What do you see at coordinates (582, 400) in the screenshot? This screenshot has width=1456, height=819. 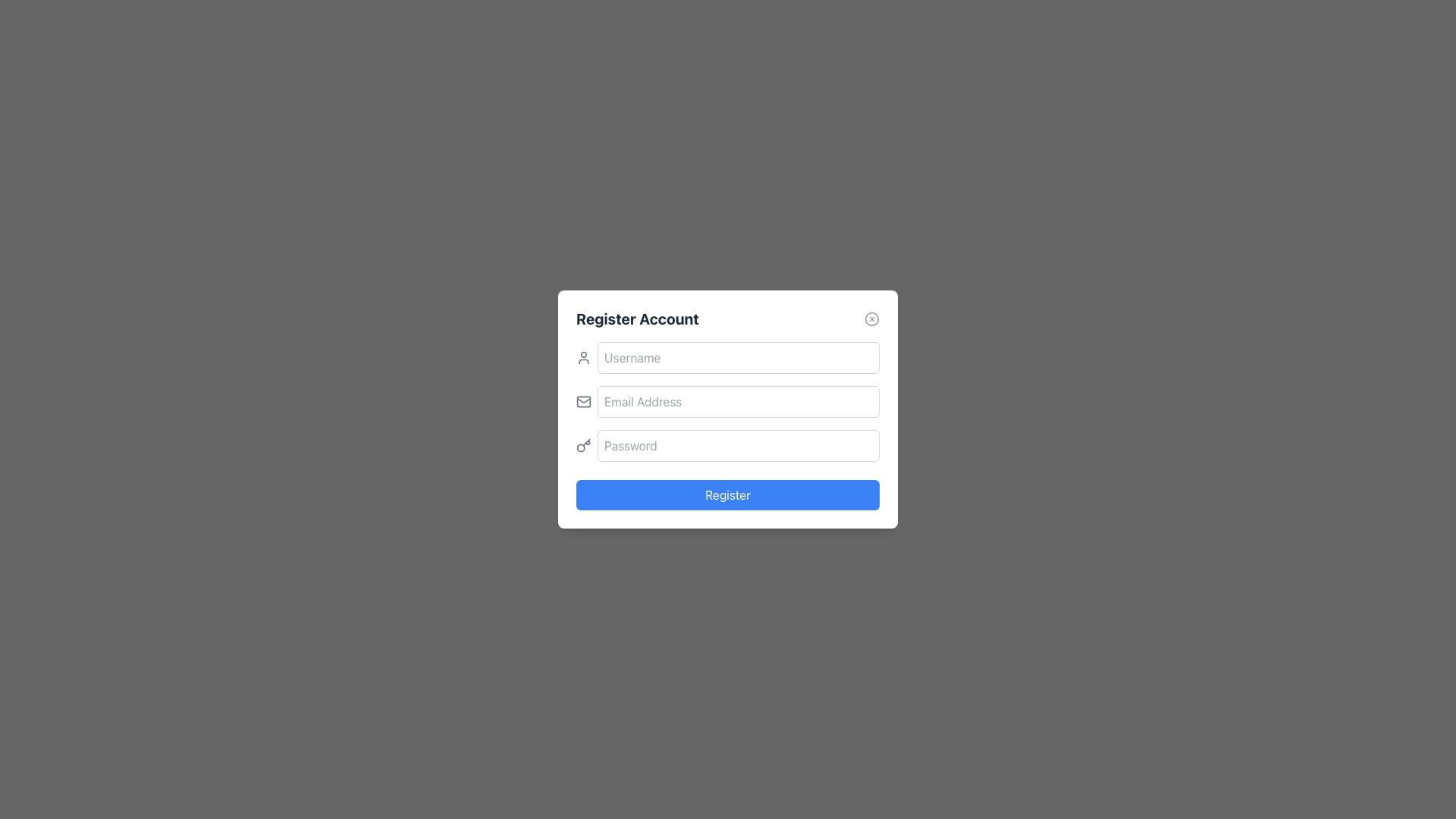 I see `the envelope icon representing email input in the 'Register Account' dialog box, which is positioned to the left of the 'Email Address' input field` at bounding box center [582, 400].